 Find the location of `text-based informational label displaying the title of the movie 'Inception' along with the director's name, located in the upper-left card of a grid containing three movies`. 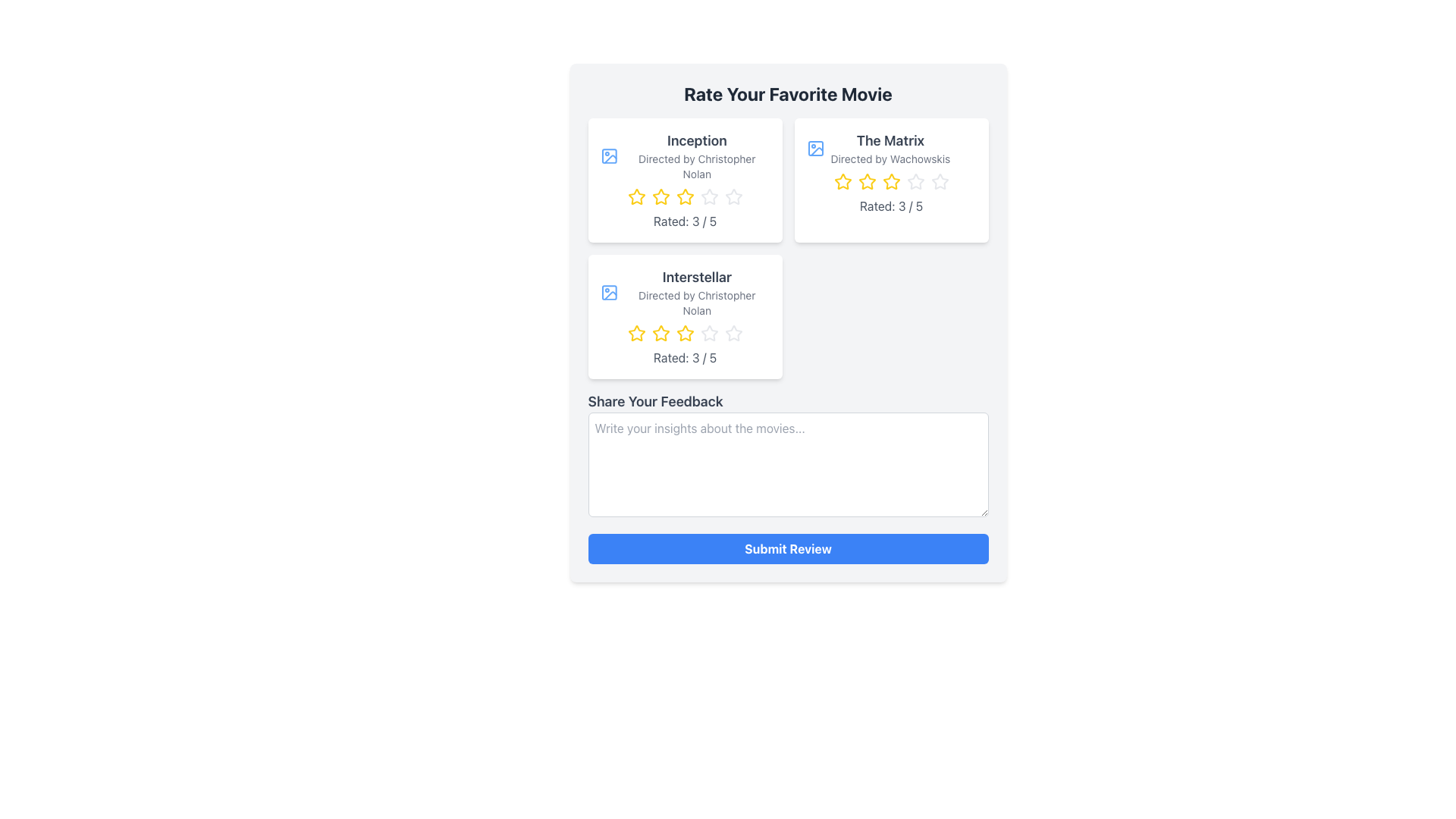

text-based informational label displaying the title of the movie 'Inception' along with the director's name, located in the upper-left card of a grid containing three movies is located at coordinates (696, 155).